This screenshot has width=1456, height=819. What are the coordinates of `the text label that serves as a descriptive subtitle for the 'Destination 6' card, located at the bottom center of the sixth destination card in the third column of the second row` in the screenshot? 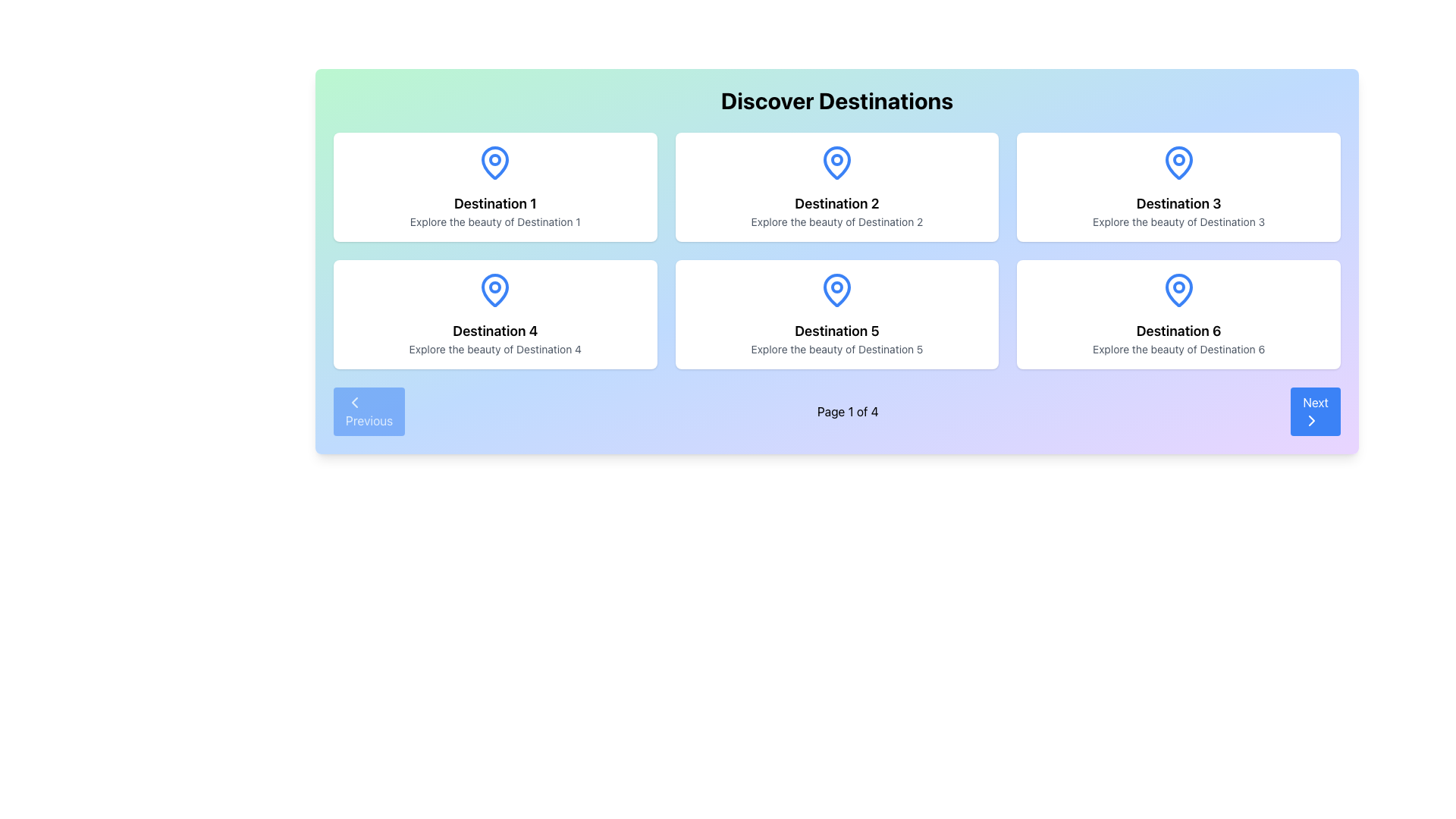 It's located at (1178, 350).